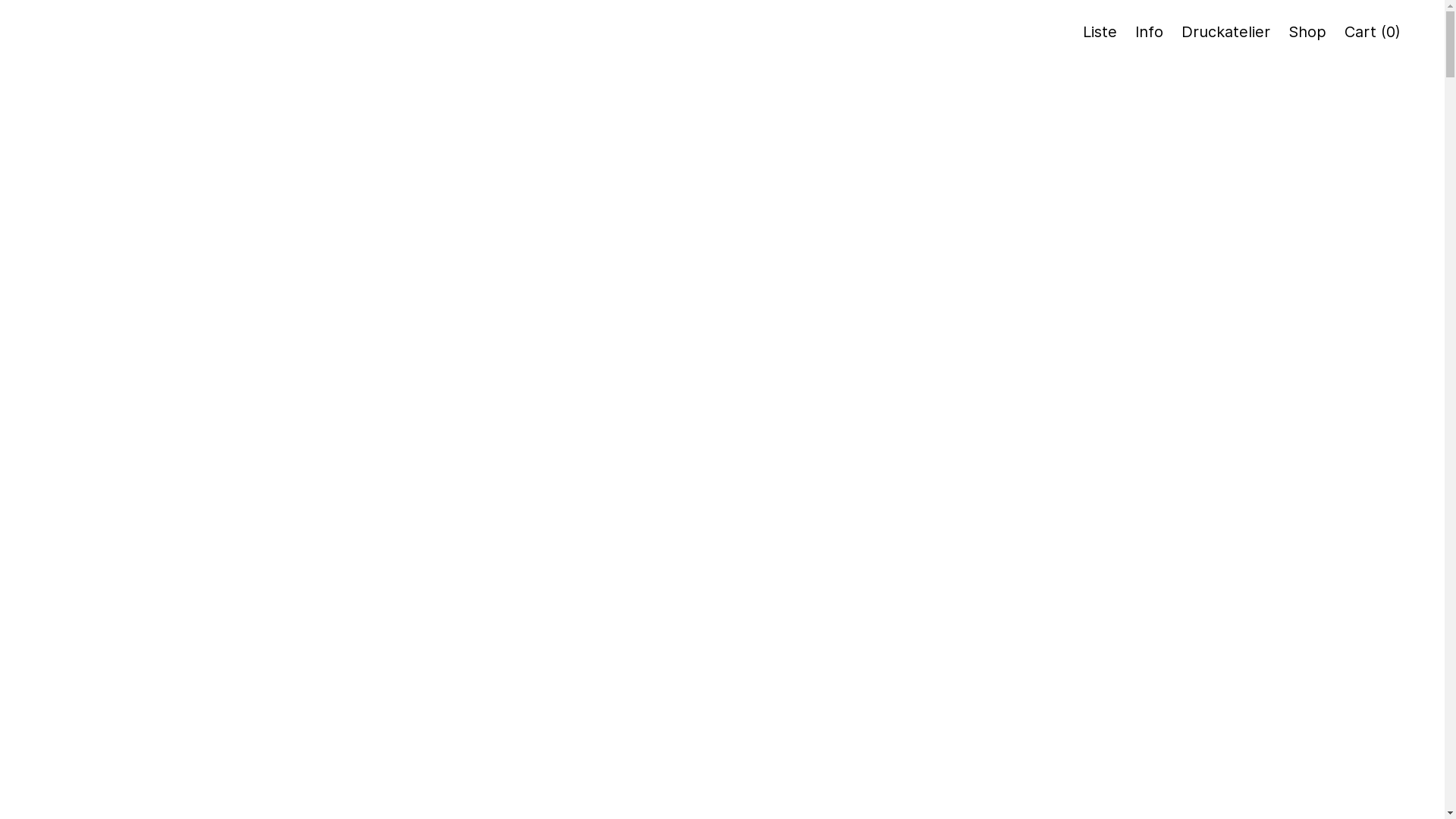 This screenshot has height=819, width=1456. What do you see at coordinates (1100, 32) in the screenshot?
I see `'Liste'` at bounding box center [1100, 32].